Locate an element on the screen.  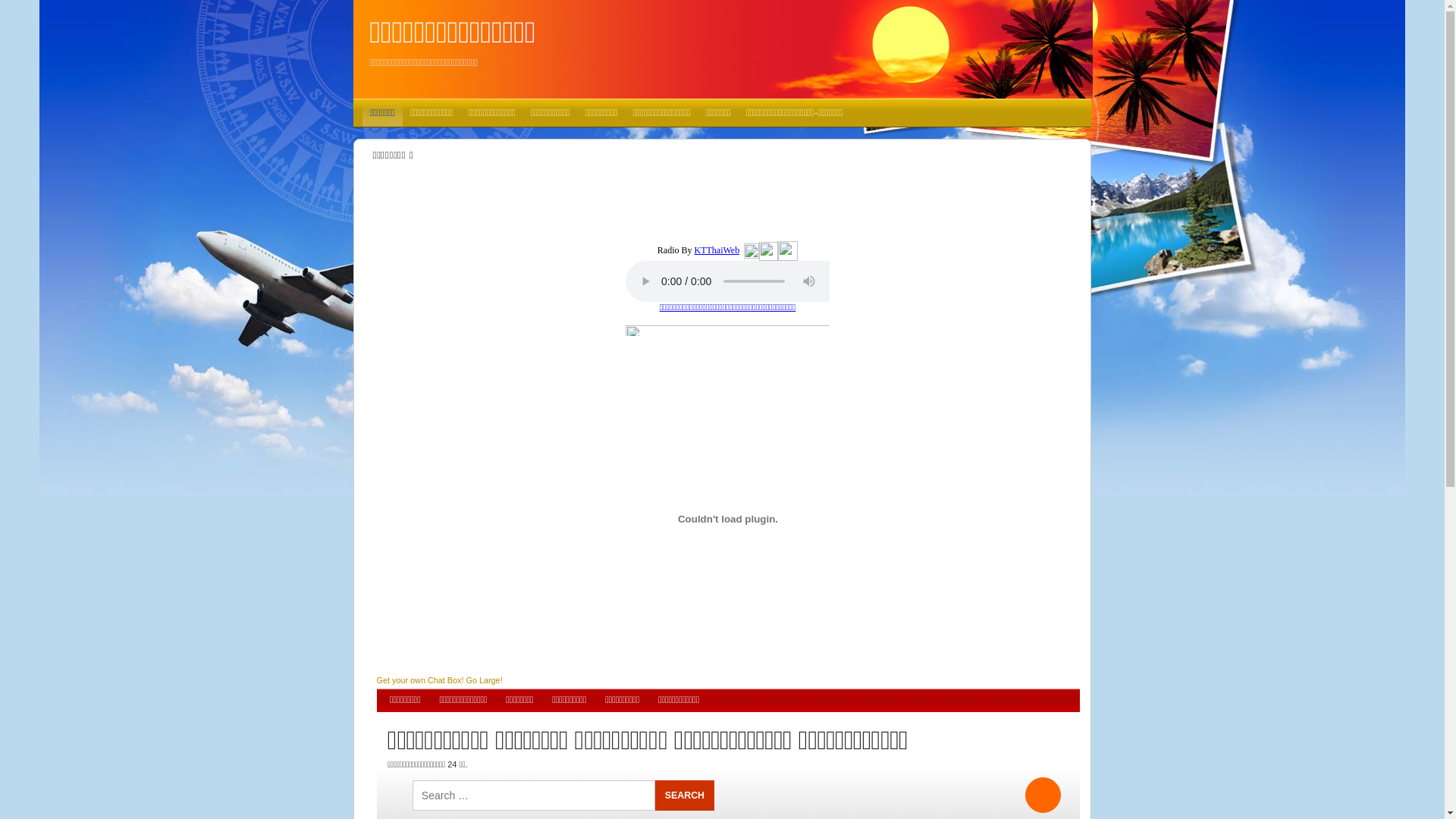
'Go Large!' is located at coordinates (465, 679).